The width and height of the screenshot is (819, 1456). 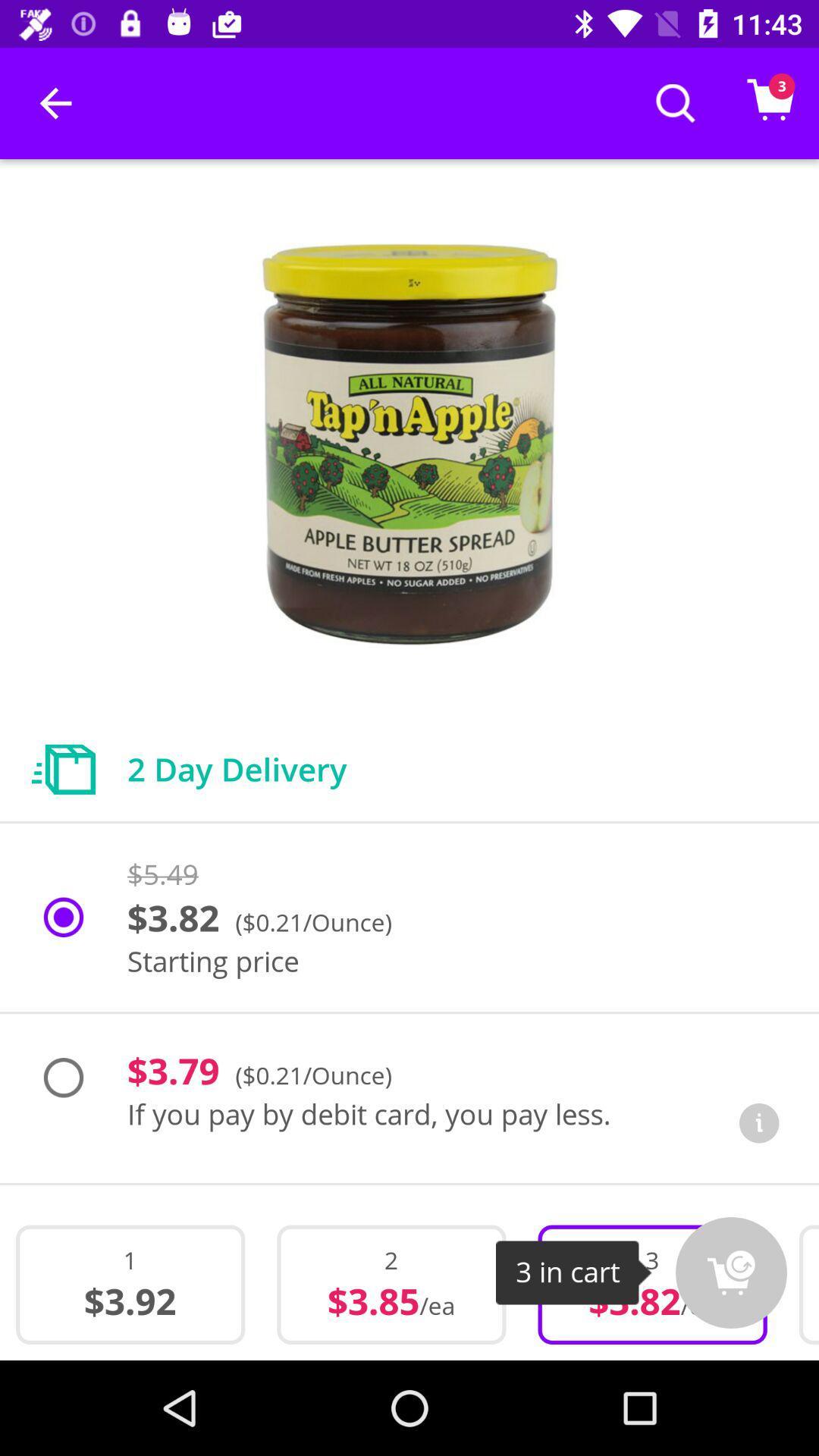 What do you see at coordinates (730, 1272) in the screenshot?
I see `icon to the right of the 3 icon` at bounding box center [730, 1272].